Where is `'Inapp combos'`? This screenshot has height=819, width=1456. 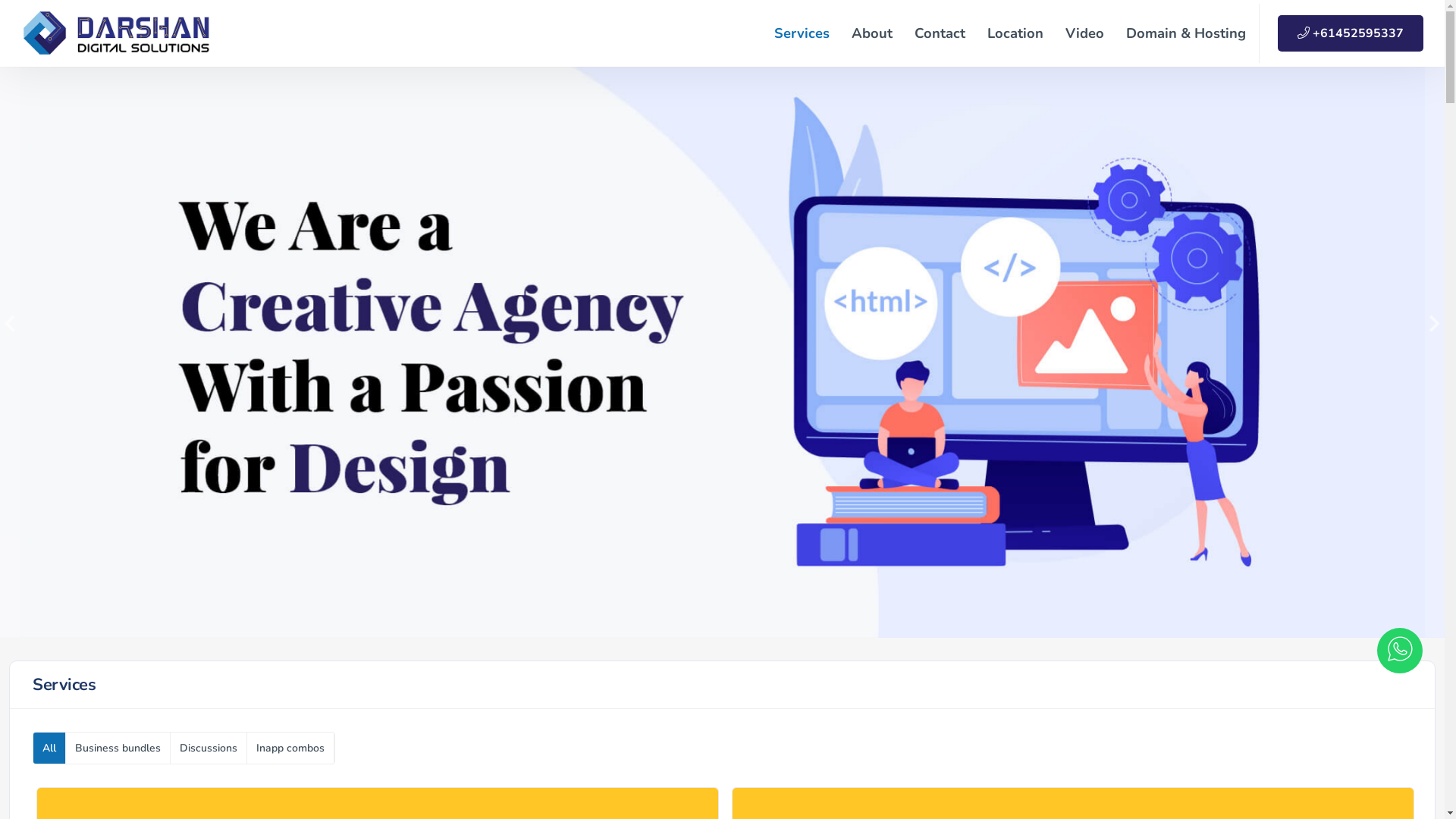
'Inapp combos' is located at coordinates (247, 747).